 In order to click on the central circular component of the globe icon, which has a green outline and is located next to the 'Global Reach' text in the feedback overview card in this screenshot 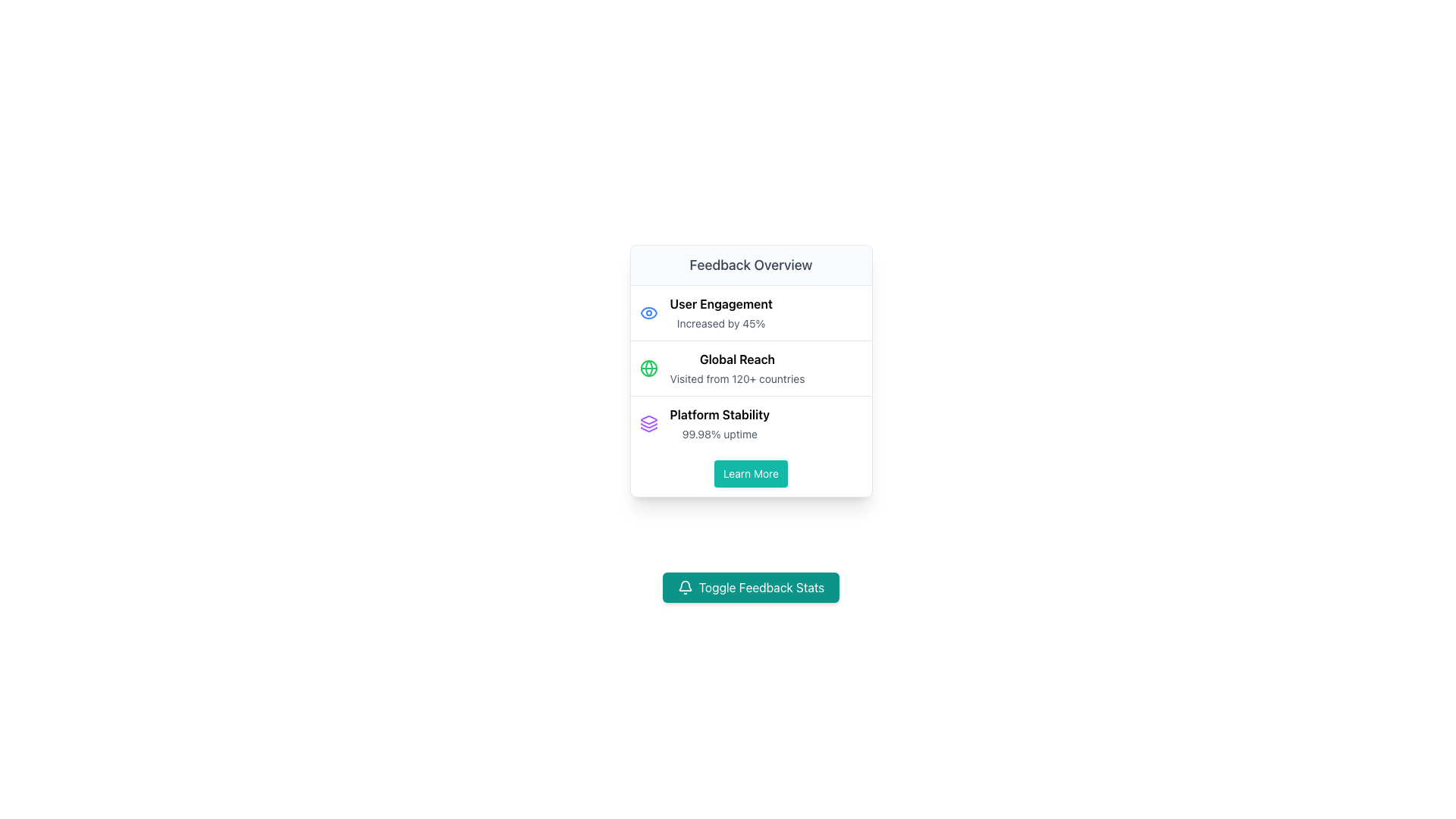, I will do `click(648, 369)`.